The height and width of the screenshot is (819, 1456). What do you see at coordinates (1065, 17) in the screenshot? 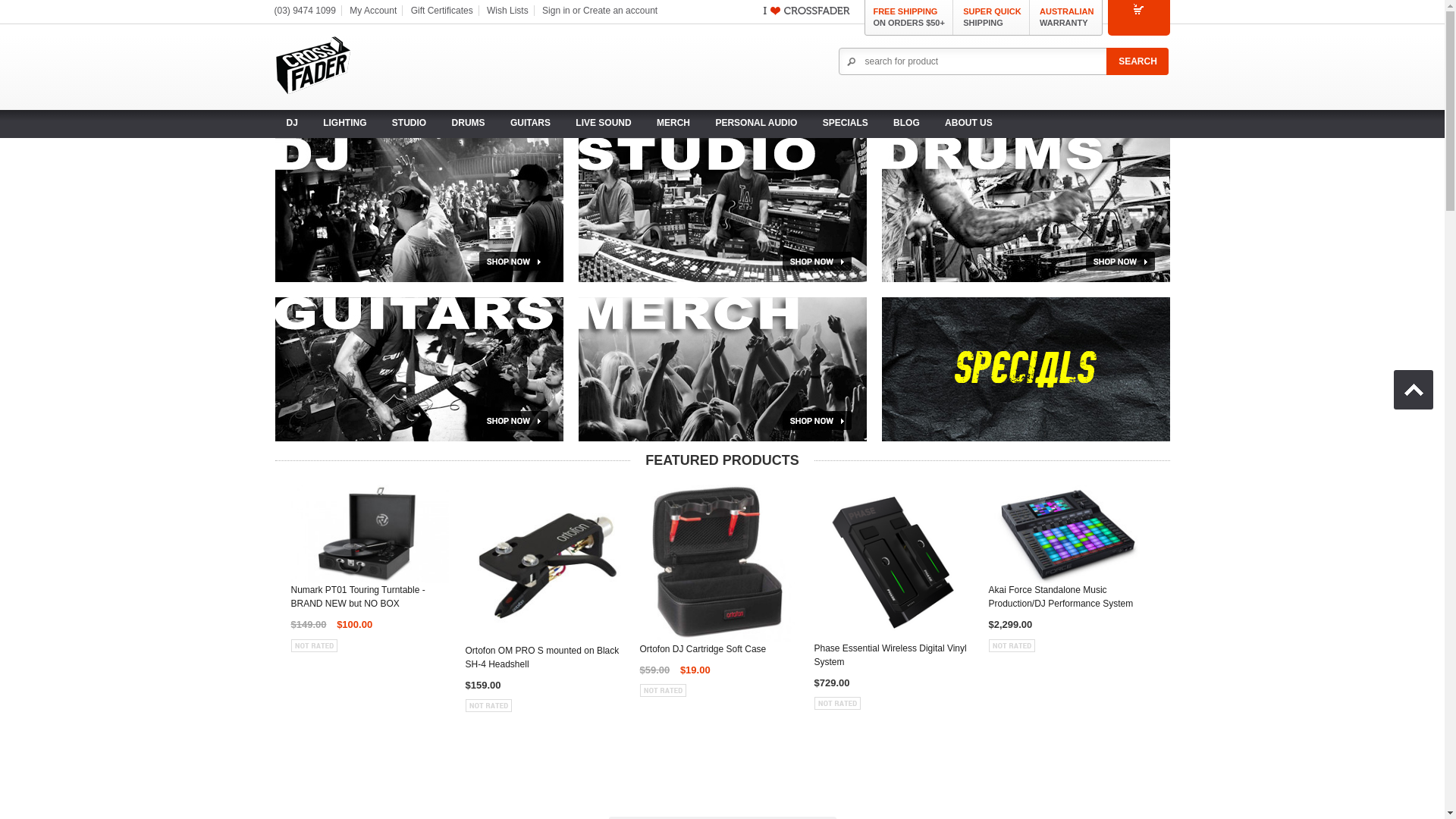
I see `'AUSTRALIAN` at bounding box center [1065, 17].